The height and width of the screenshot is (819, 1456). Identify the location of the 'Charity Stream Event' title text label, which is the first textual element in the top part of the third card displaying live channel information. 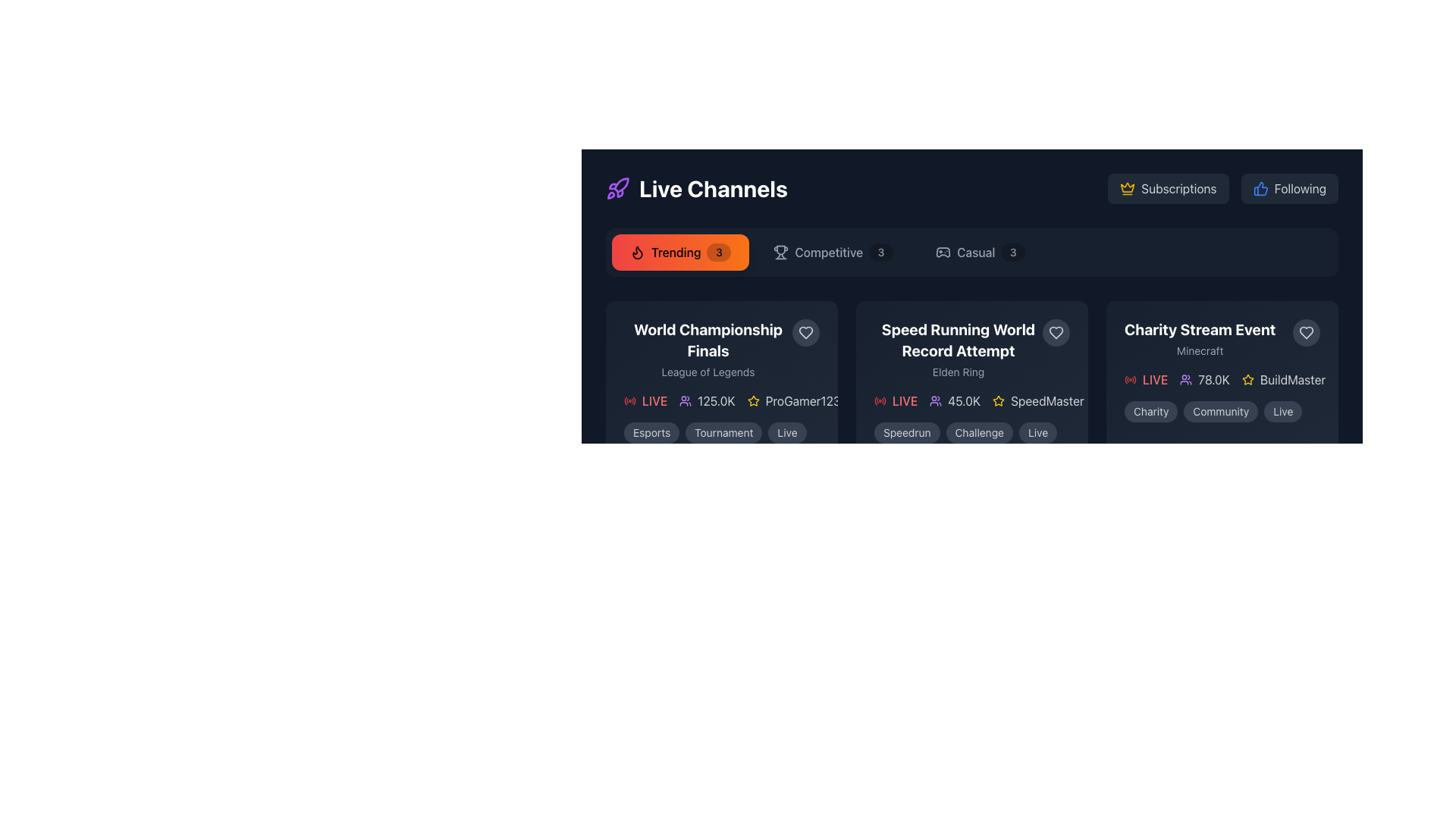
(1199, 329).